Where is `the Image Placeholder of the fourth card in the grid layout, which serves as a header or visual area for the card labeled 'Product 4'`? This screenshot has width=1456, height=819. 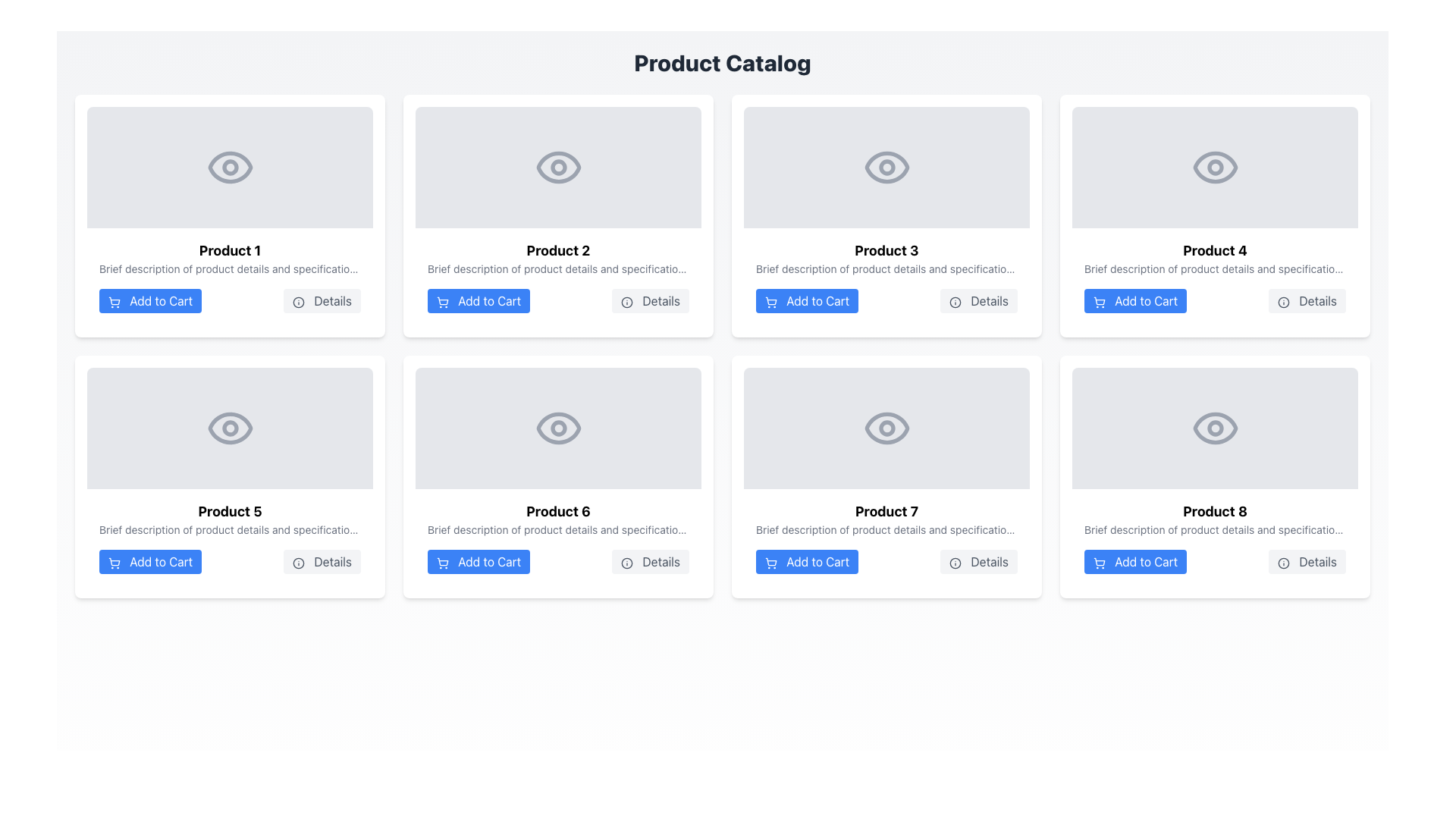 the Image Placeholder of the fourth card in the grid layout, which serves as a header or visual area for the card labeled 'Product 4' is located at coordinates (1215, 167).